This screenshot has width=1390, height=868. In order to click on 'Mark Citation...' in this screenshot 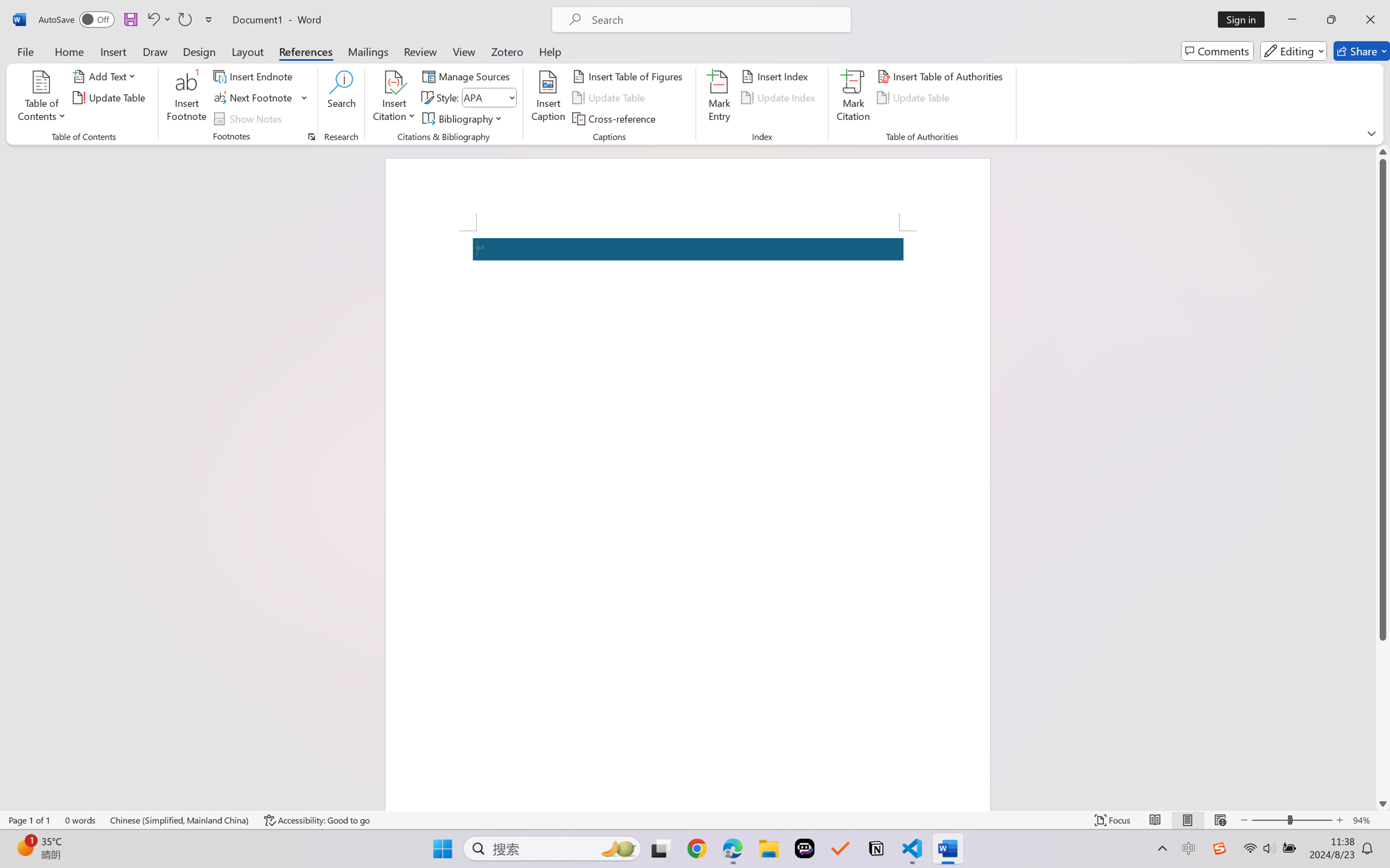, I will do `click(852, 98)`.